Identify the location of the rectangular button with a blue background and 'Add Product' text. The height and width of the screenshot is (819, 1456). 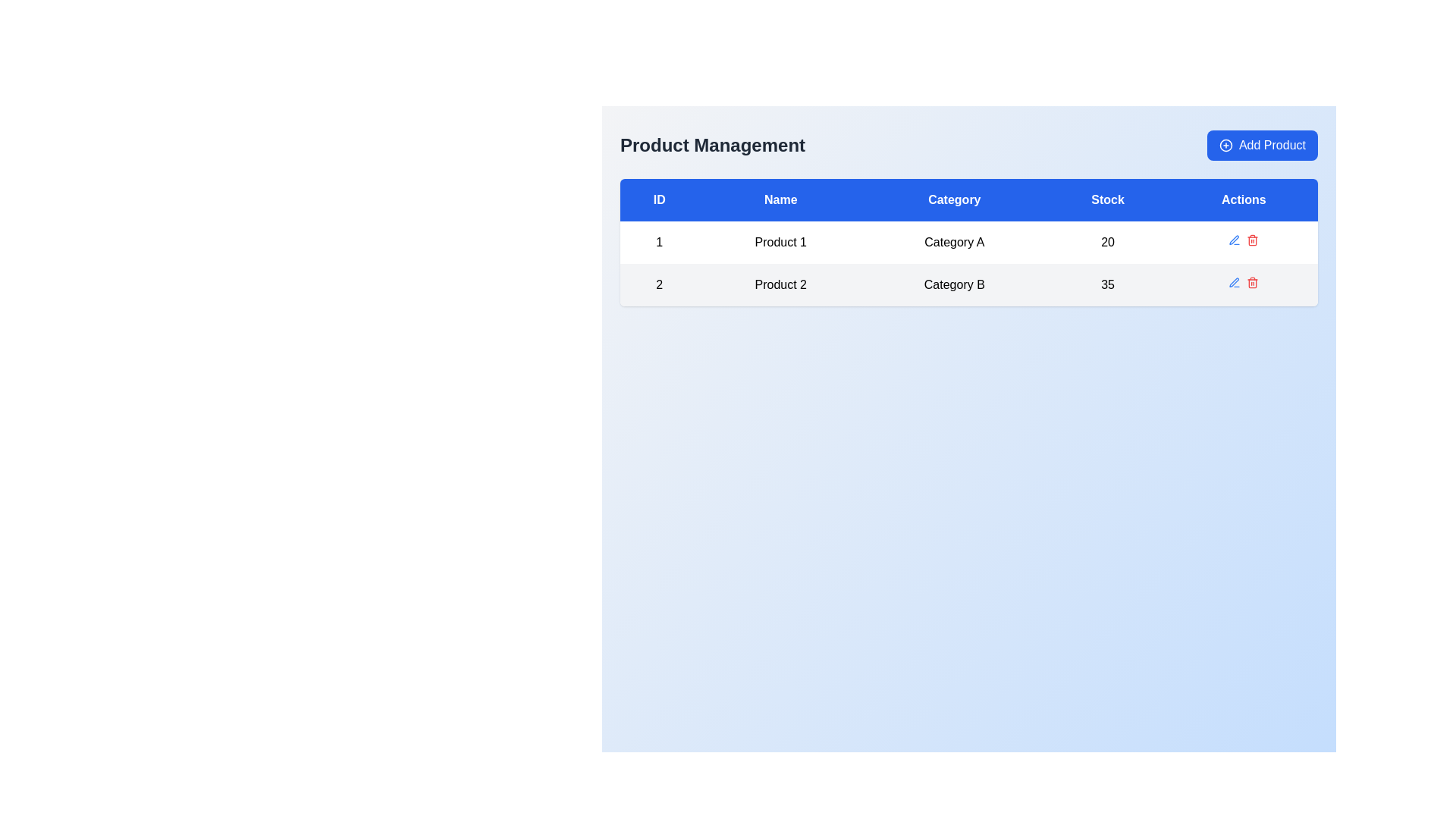
(1263, 146).